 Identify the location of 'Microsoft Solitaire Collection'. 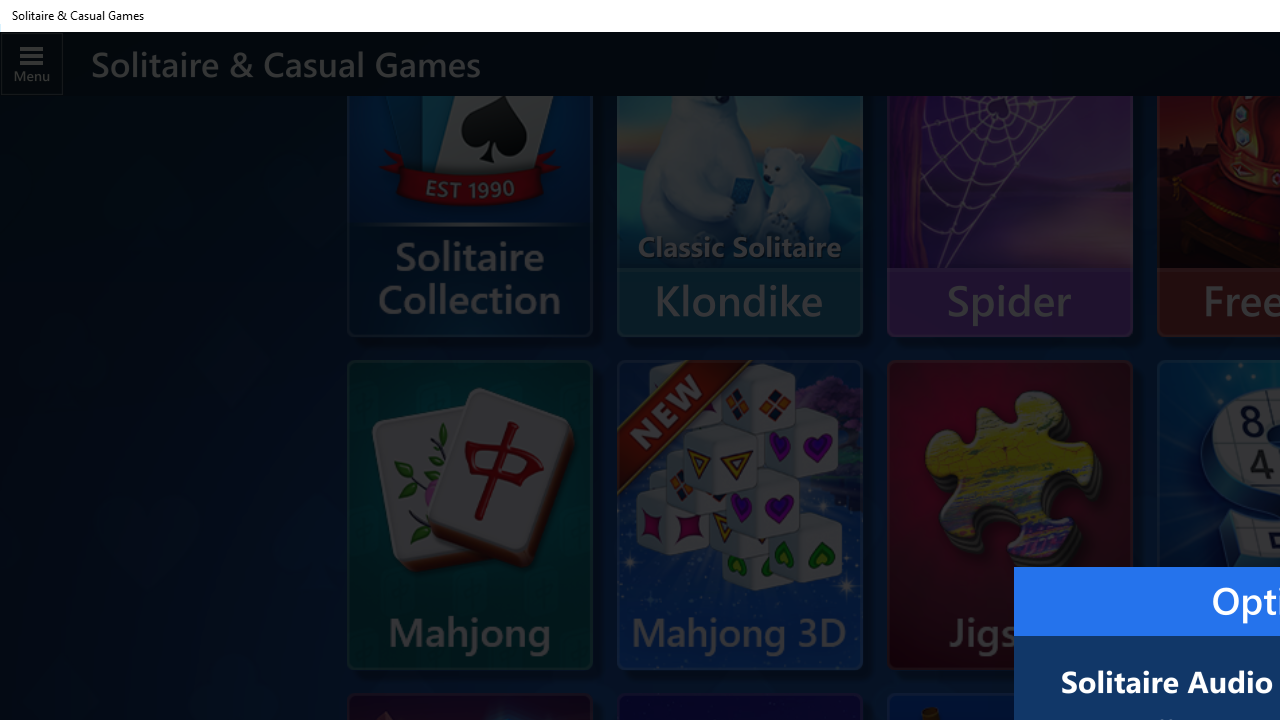
(468, 212).